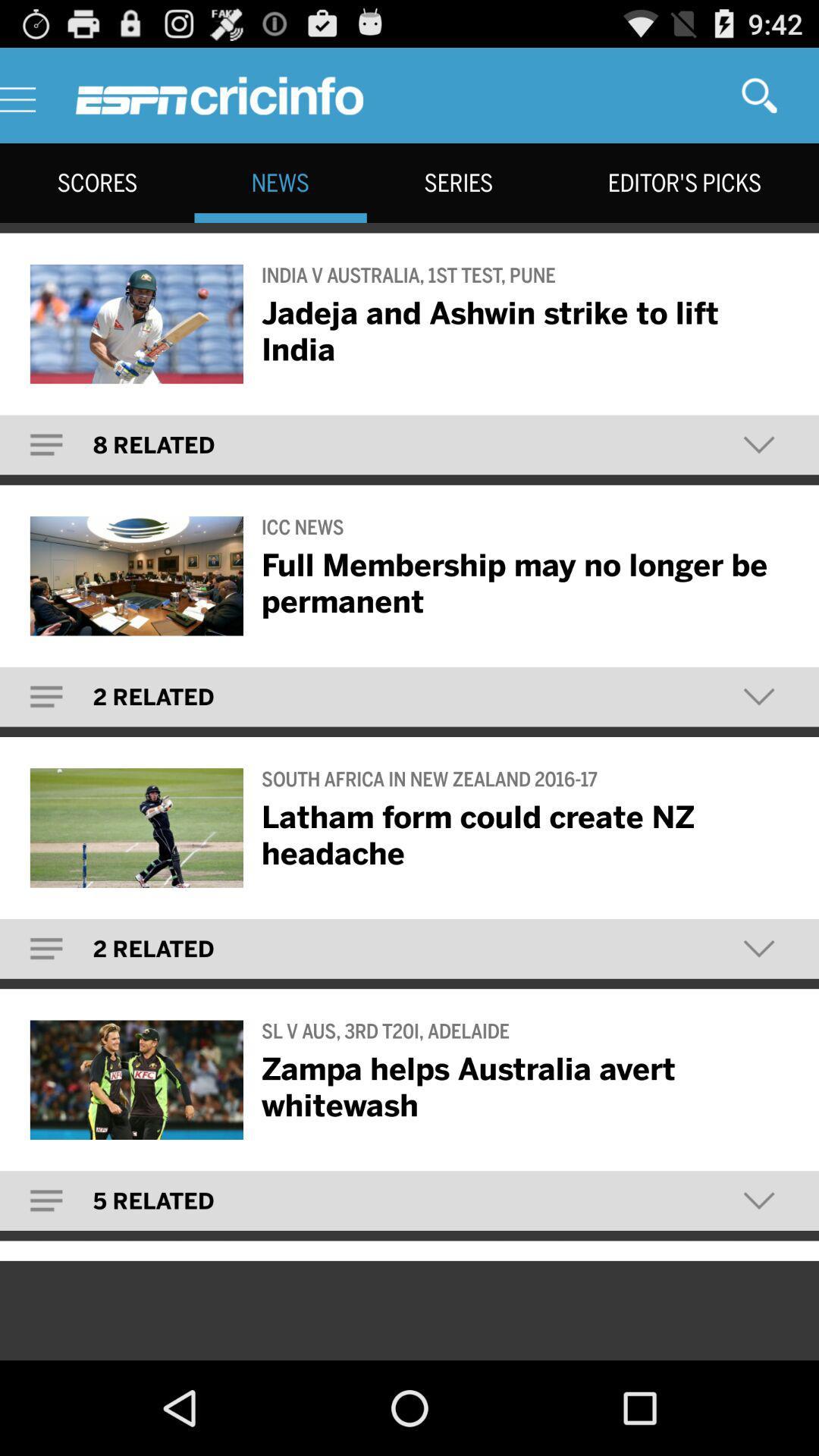 The width and height of the screenshot is (819, 1456). I want to click on the icon right to 5 related, so click(759, 1200).